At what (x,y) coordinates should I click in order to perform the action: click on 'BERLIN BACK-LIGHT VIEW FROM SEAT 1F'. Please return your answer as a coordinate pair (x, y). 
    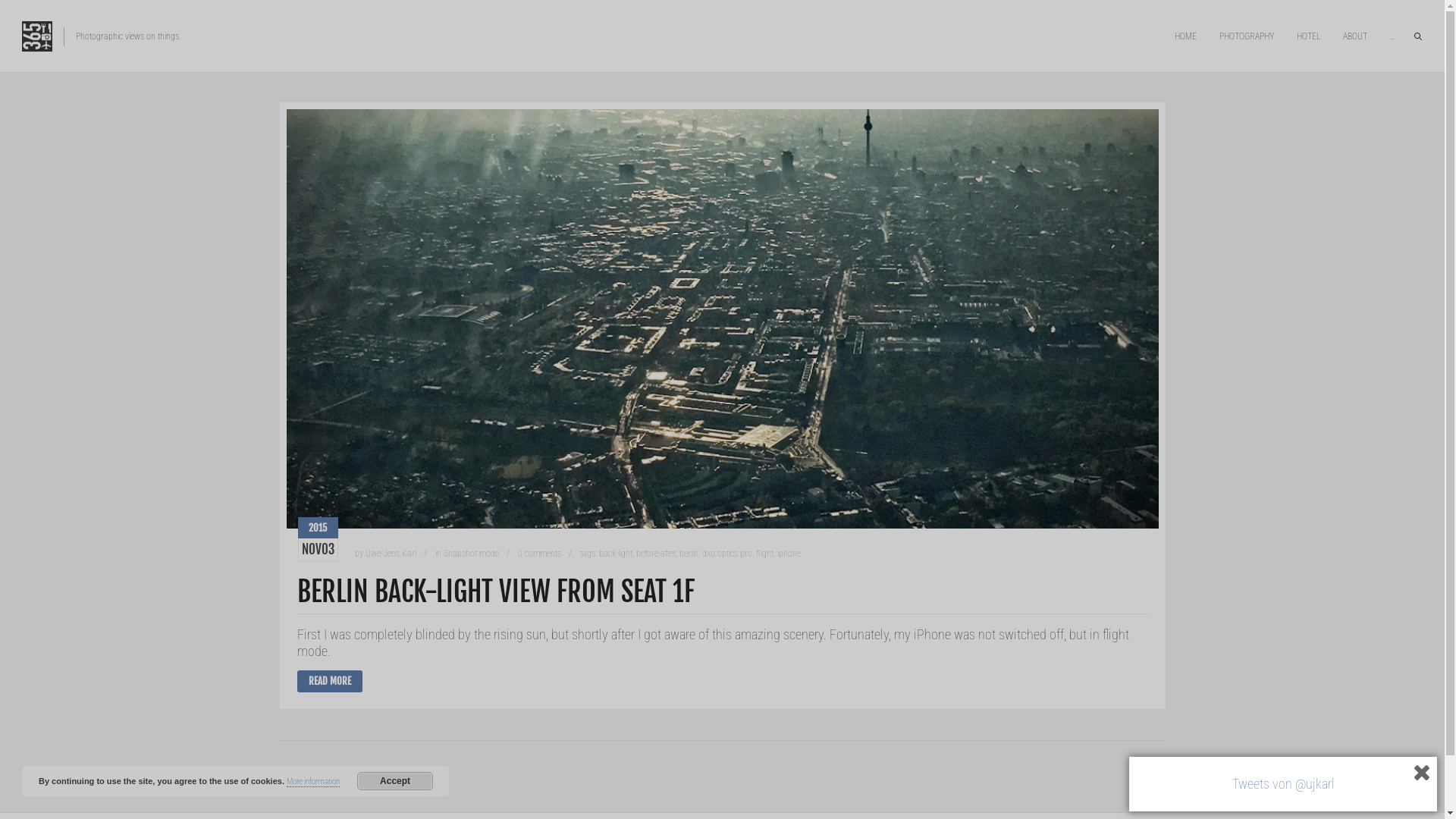
    Looking at the image, I should click on (495, 591).